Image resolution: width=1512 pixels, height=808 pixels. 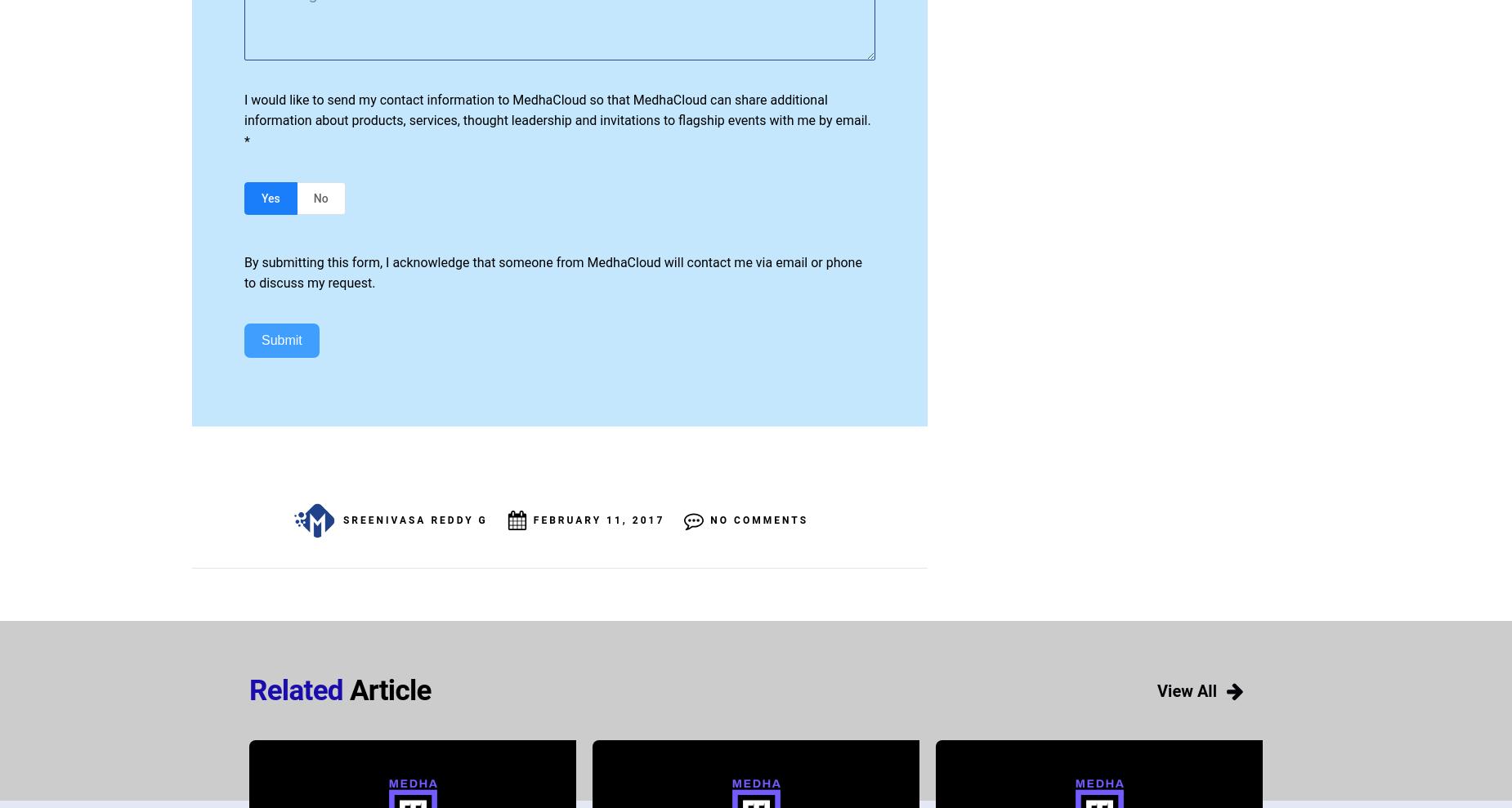 I want to click on 'No', so click(x=320, y=197).